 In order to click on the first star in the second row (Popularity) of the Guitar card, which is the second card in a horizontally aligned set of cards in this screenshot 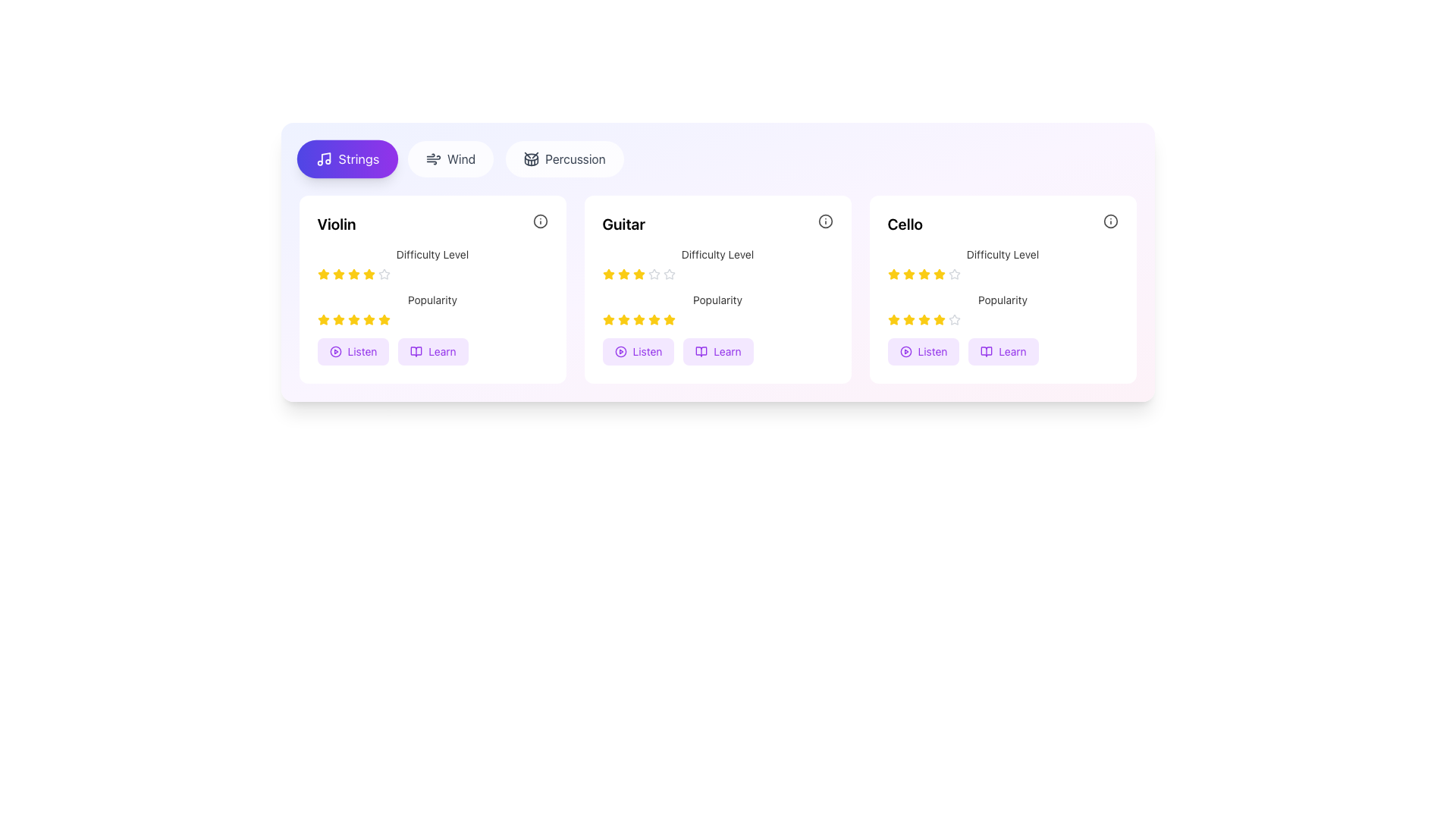, I will do `click(608, 318)`.